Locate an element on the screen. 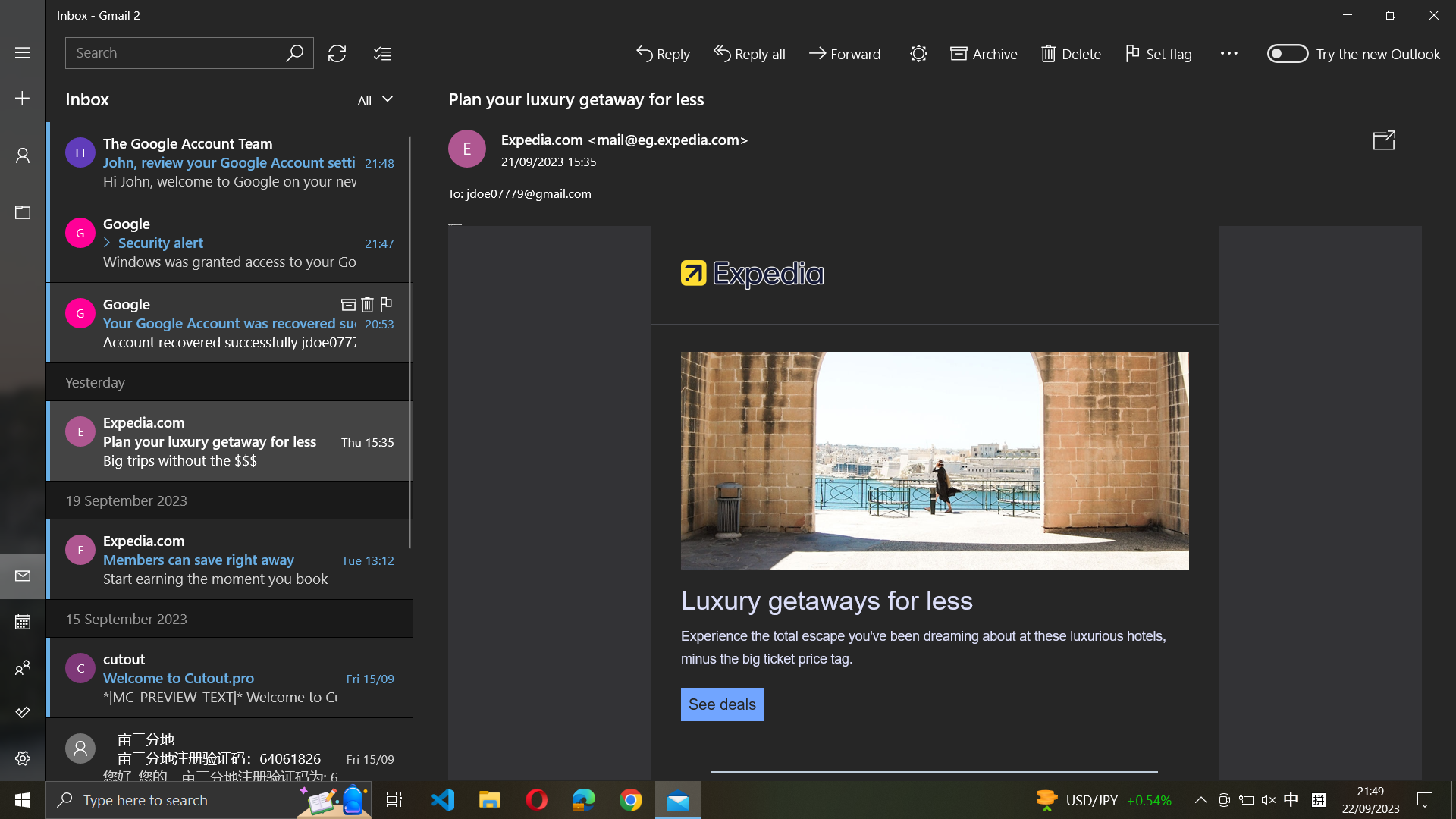  the second item under Settings is located at coordinates (22, 760).